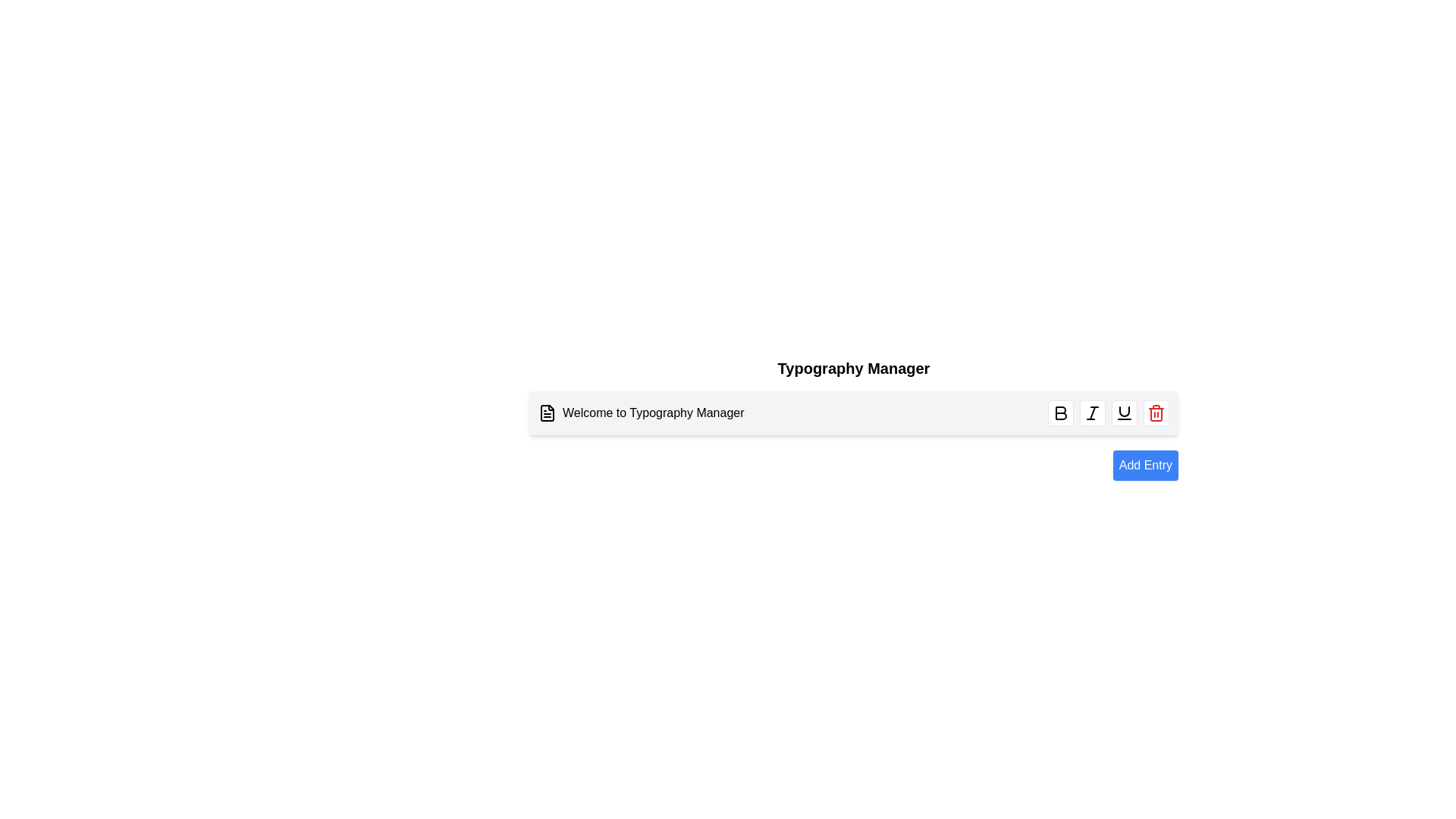  Describe the element at coordinates (1059, 413) in the screenshot. I see `the bold icon 'B' in the toolbar` at that location.